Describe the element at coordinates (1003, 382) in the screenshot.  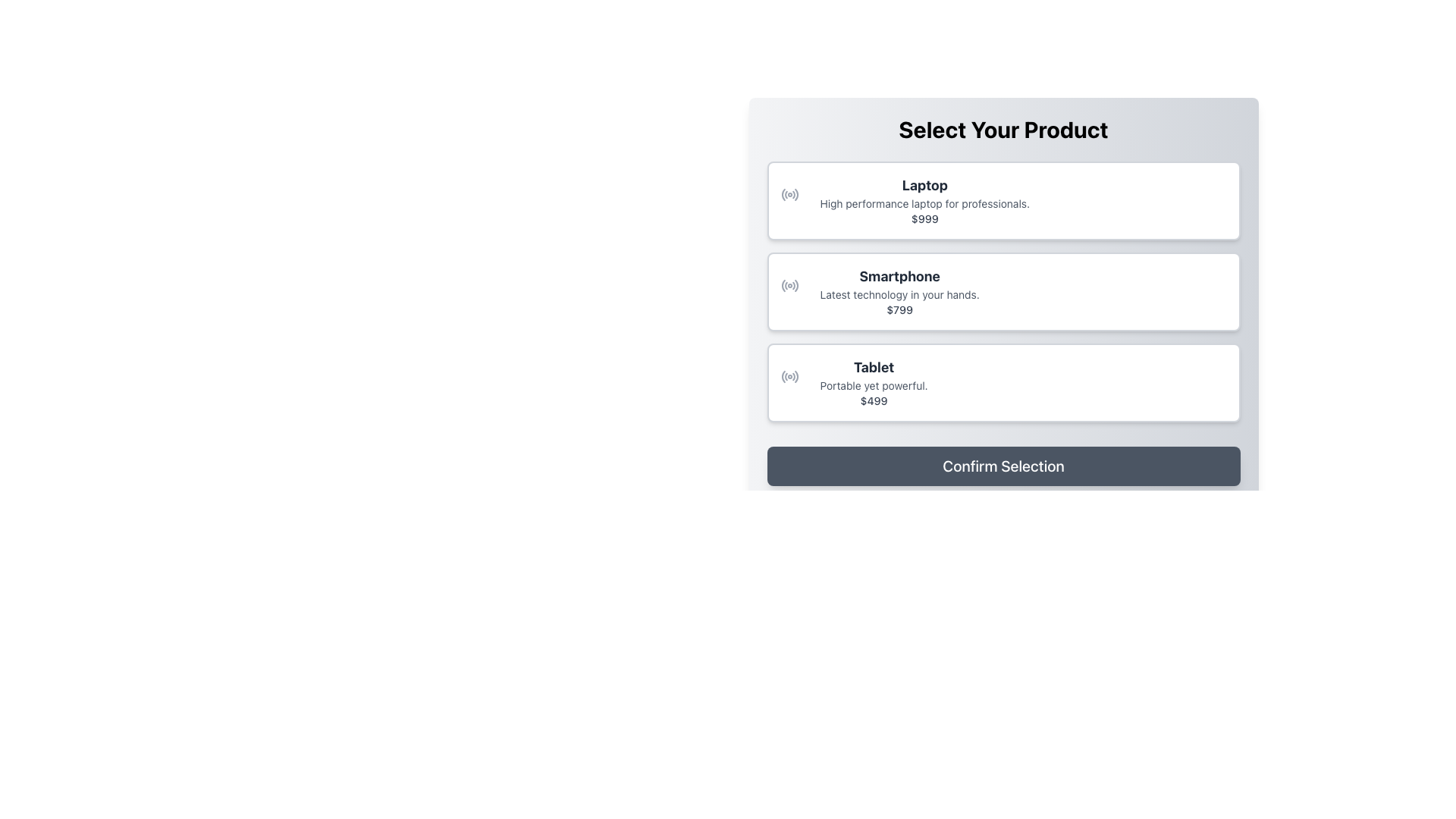
I see `the selectable card labeled 'Tablet'` at that location.